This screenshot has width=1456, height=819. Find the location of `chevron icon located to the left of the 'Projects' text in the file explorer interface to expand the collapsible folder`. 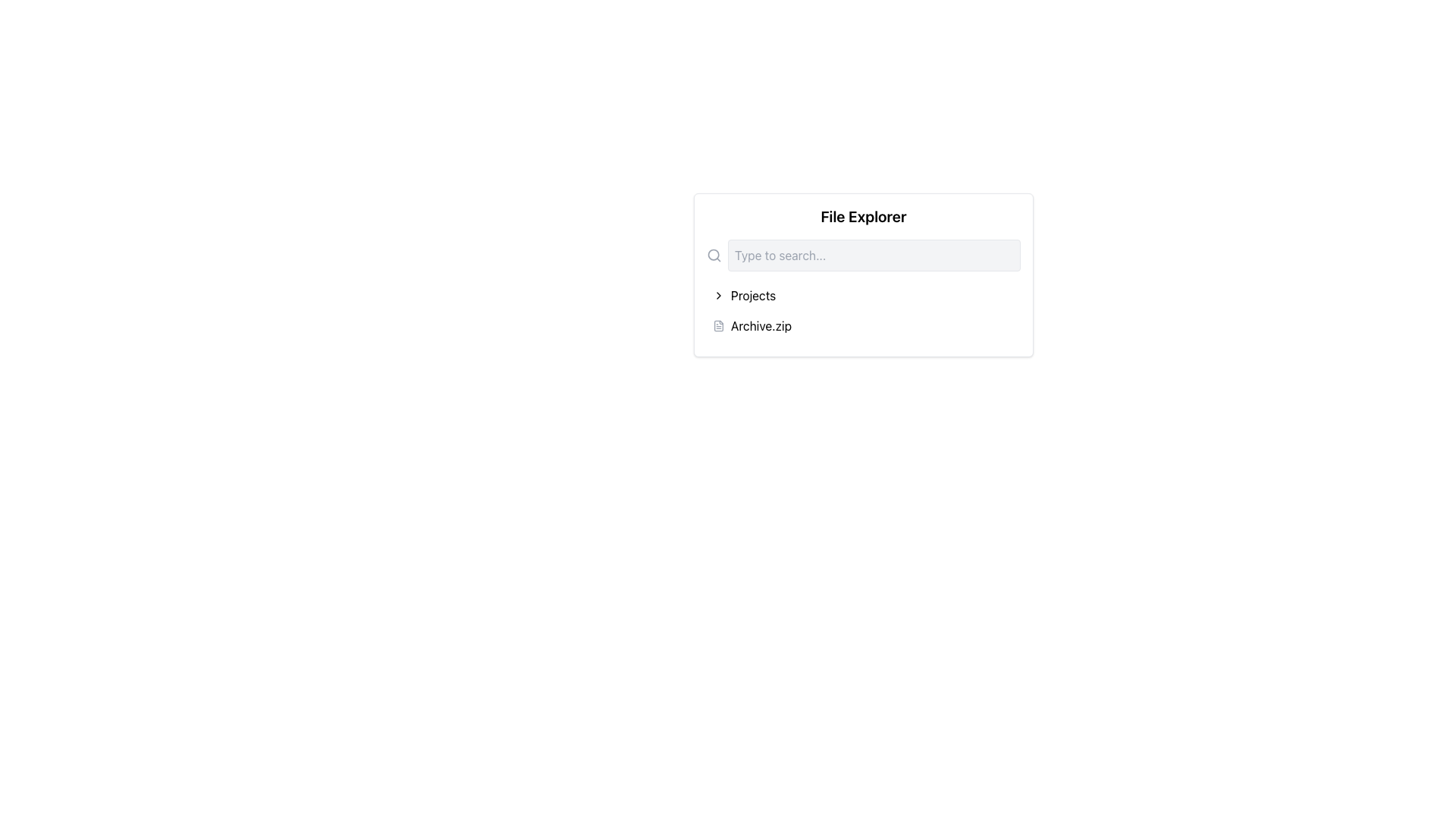

chevron icon located to the left of the 'Projects' text in the file explorer interface to expand the collapsible folder is located at coordinates (718, 295).